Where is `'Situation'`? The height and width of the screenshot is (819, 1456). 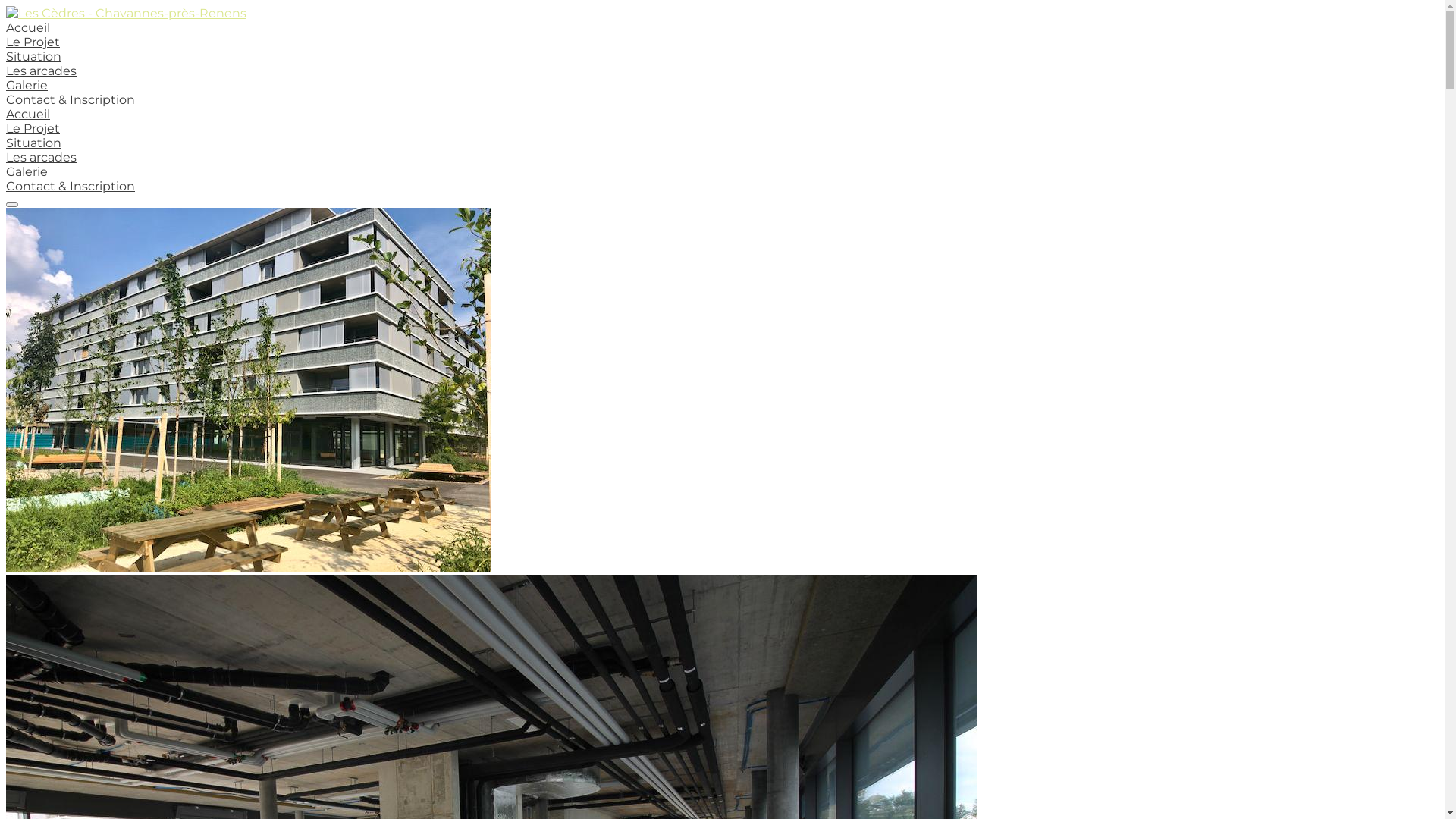
'Situation' is located at coordinates (33, 55).